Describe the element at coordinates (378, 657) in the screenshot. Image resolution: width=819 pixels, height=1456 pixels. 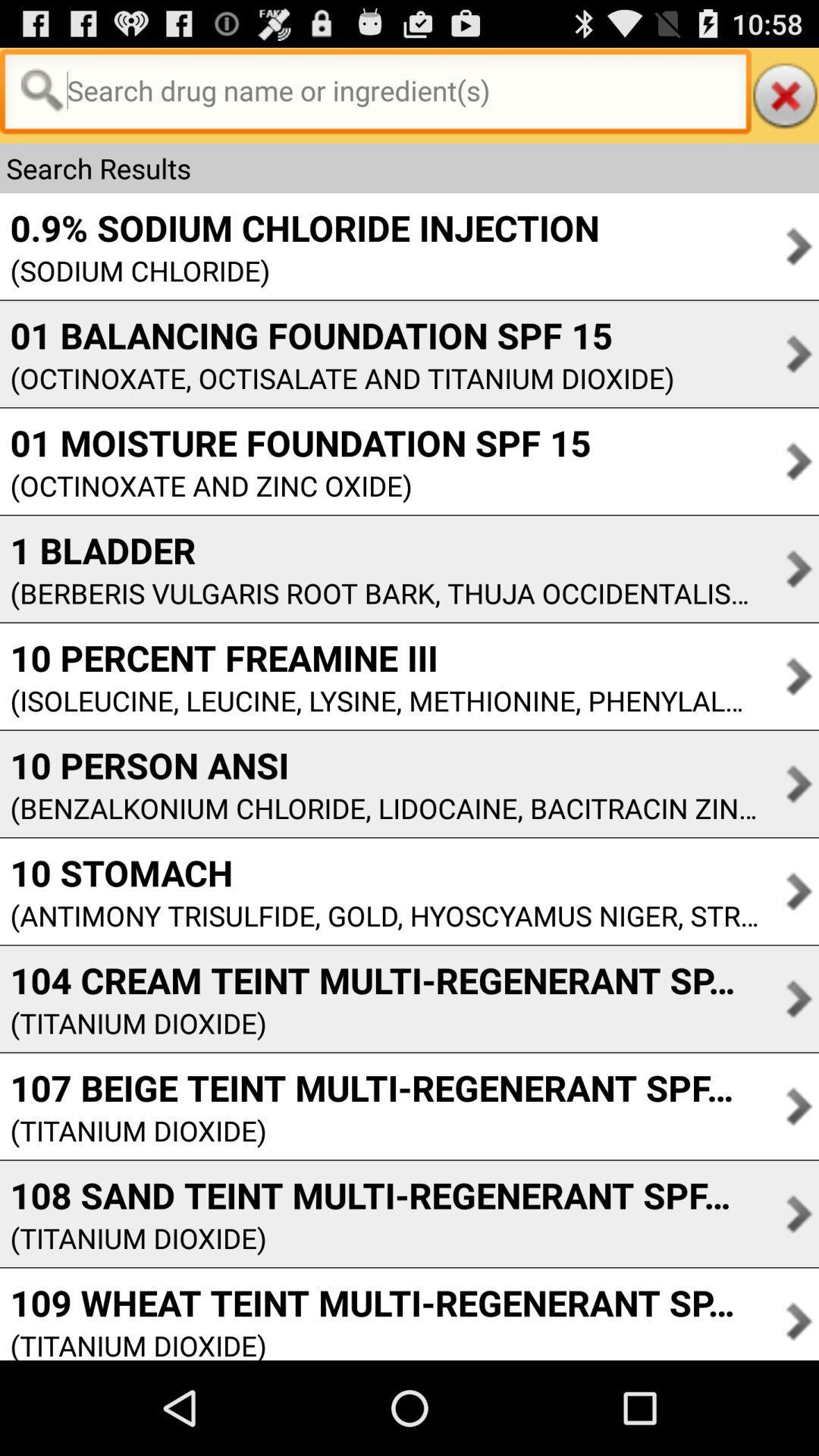
I see `app above the isoleucine leucine lysine item` at that location.